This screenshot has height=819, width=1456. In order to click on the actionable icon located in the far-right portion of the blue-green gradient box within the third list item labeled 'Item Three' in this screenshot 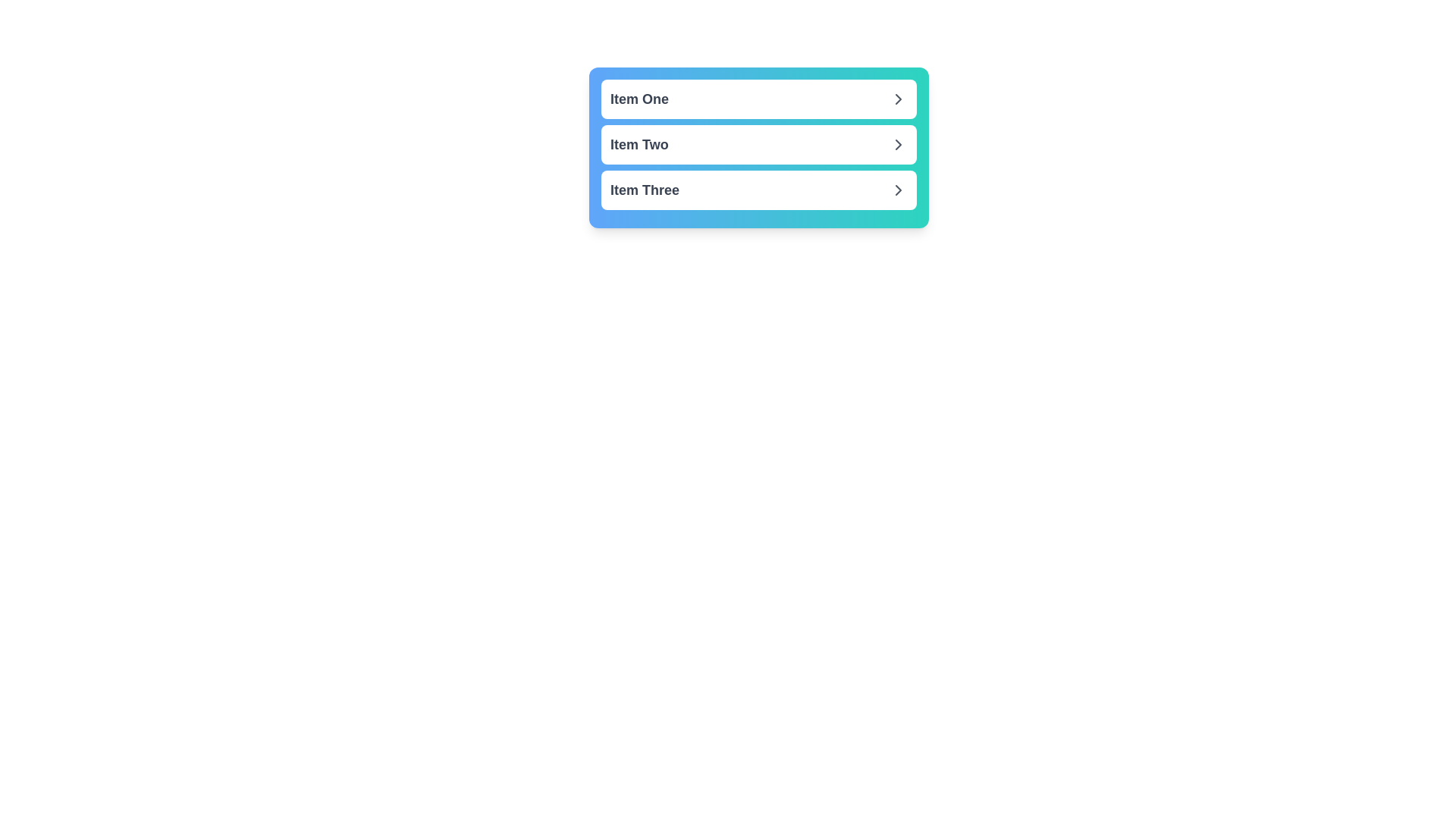, I will do `click(899, 189)`.